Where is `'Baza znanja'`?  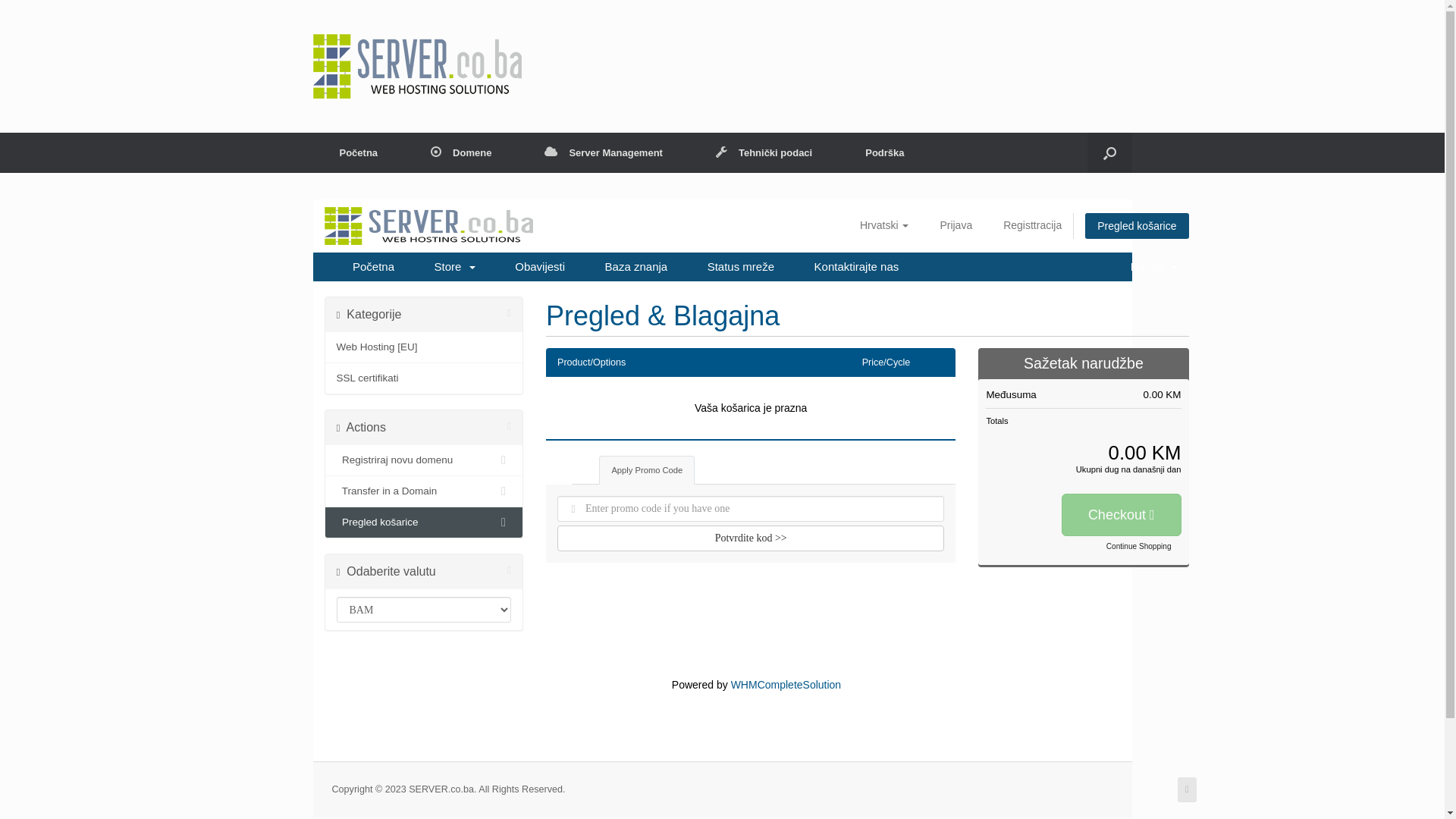
'Baza znanja' is located at coordinates (636, 265).